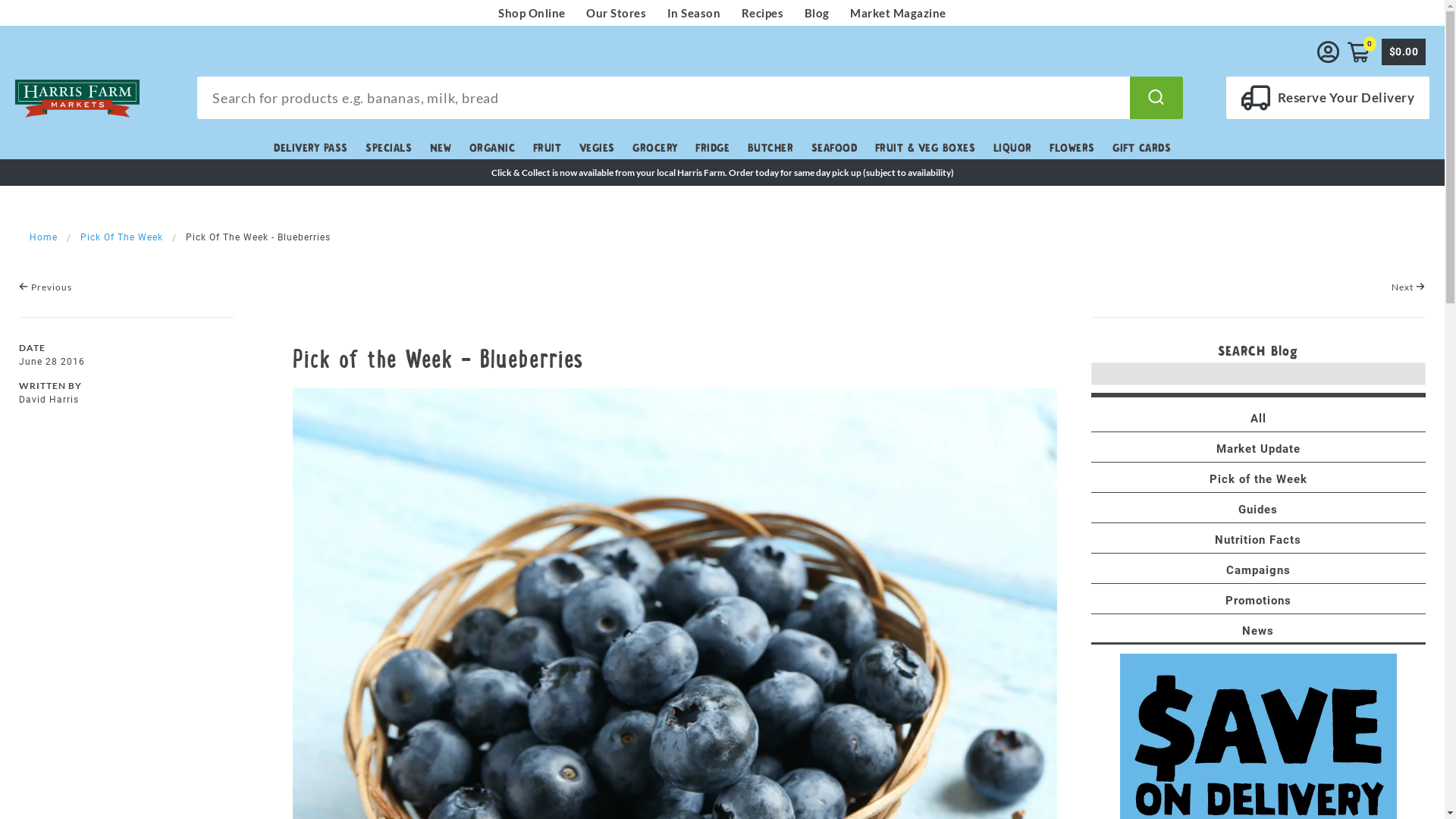  What do you see at coordinates (576, 12) in the screenshot?
I see `'Our Stores'` at bounding box center [576, 12].